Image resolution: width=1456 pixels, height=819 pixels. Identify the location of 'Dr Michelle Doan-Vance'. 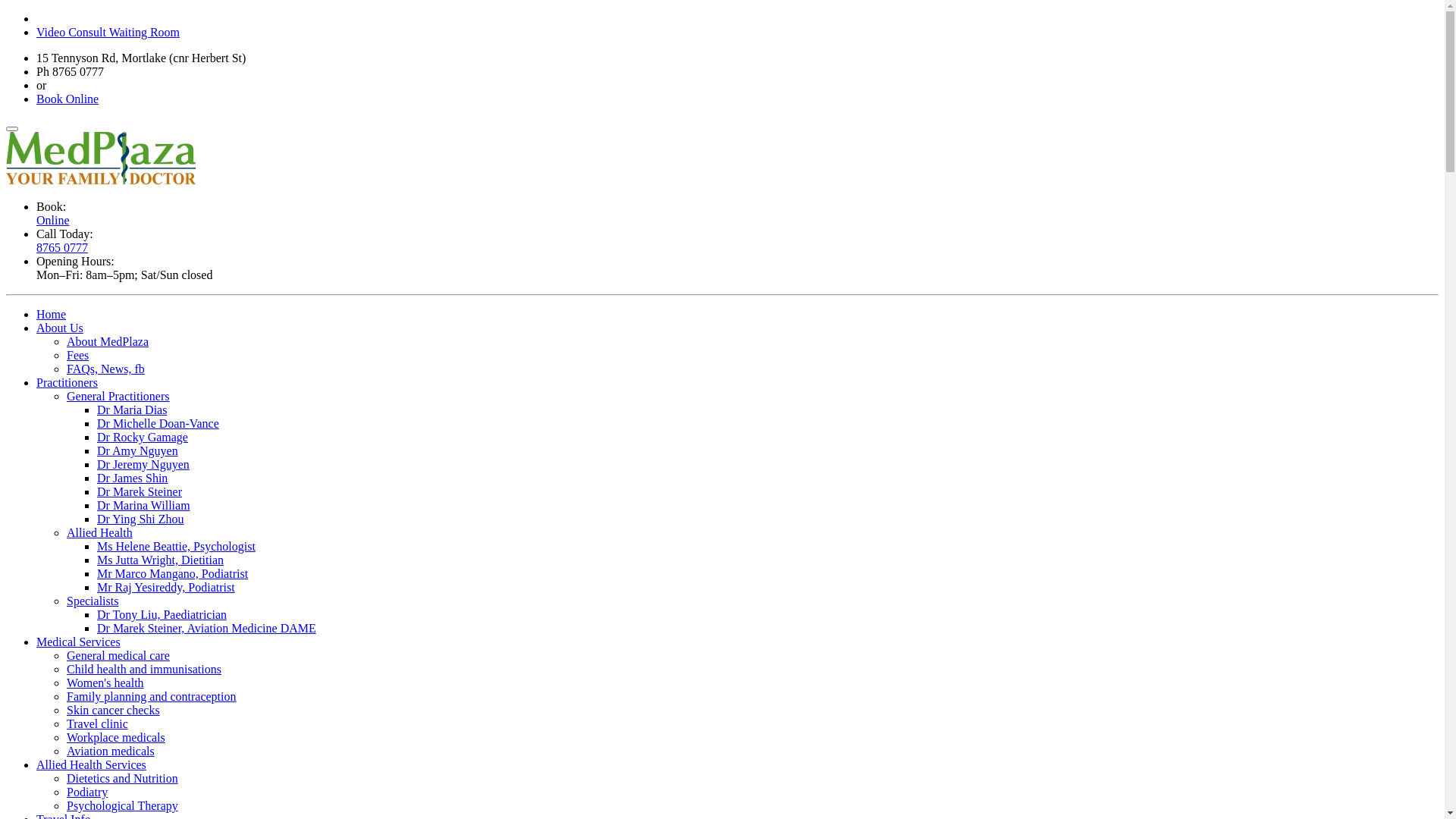
(158, 423).